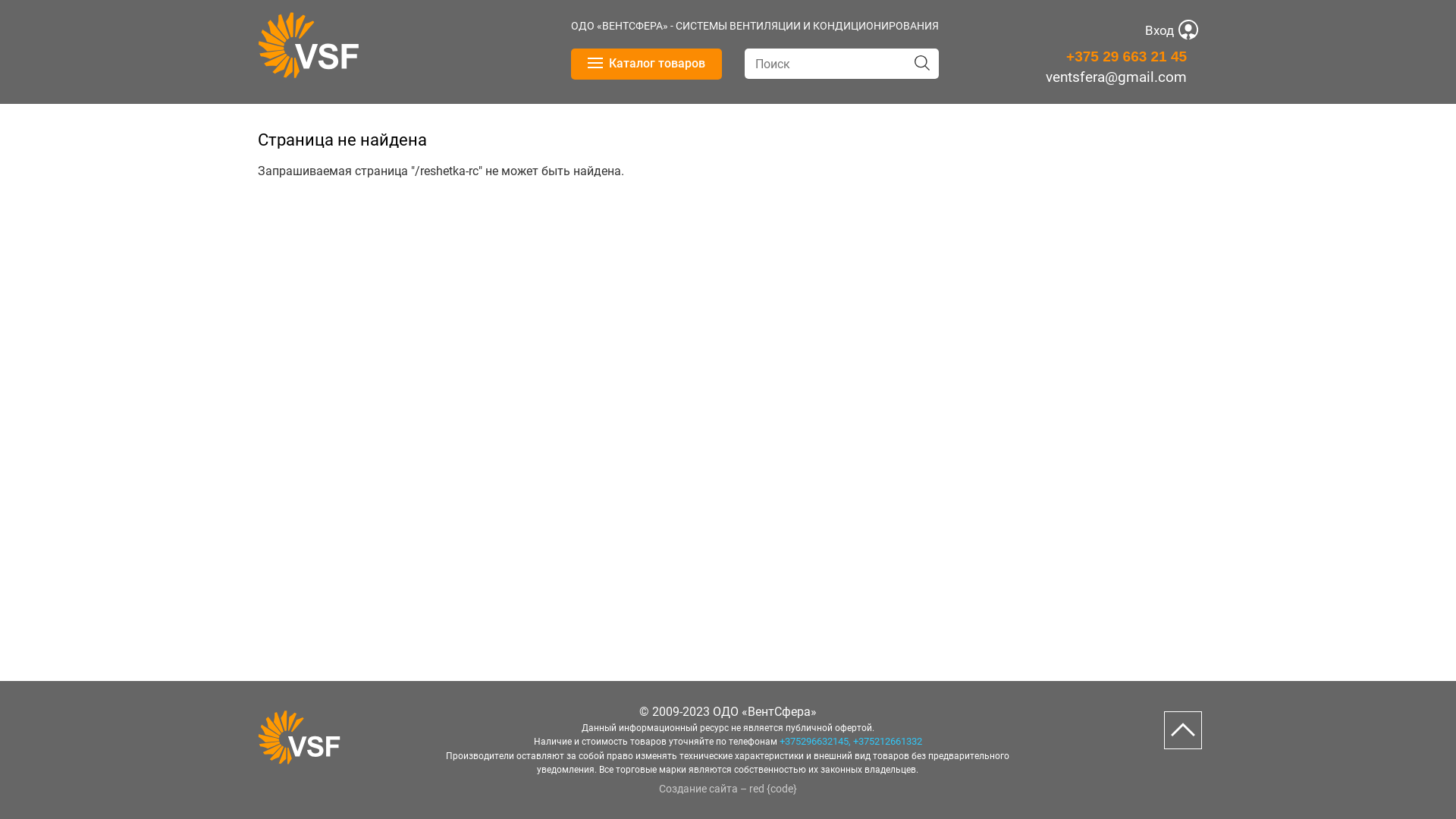 The image size is (1456, 819). What do you see at coordinates (887, 740) in the screenshot?
I see `'+375212661332'` at bounding box center [887, 740].